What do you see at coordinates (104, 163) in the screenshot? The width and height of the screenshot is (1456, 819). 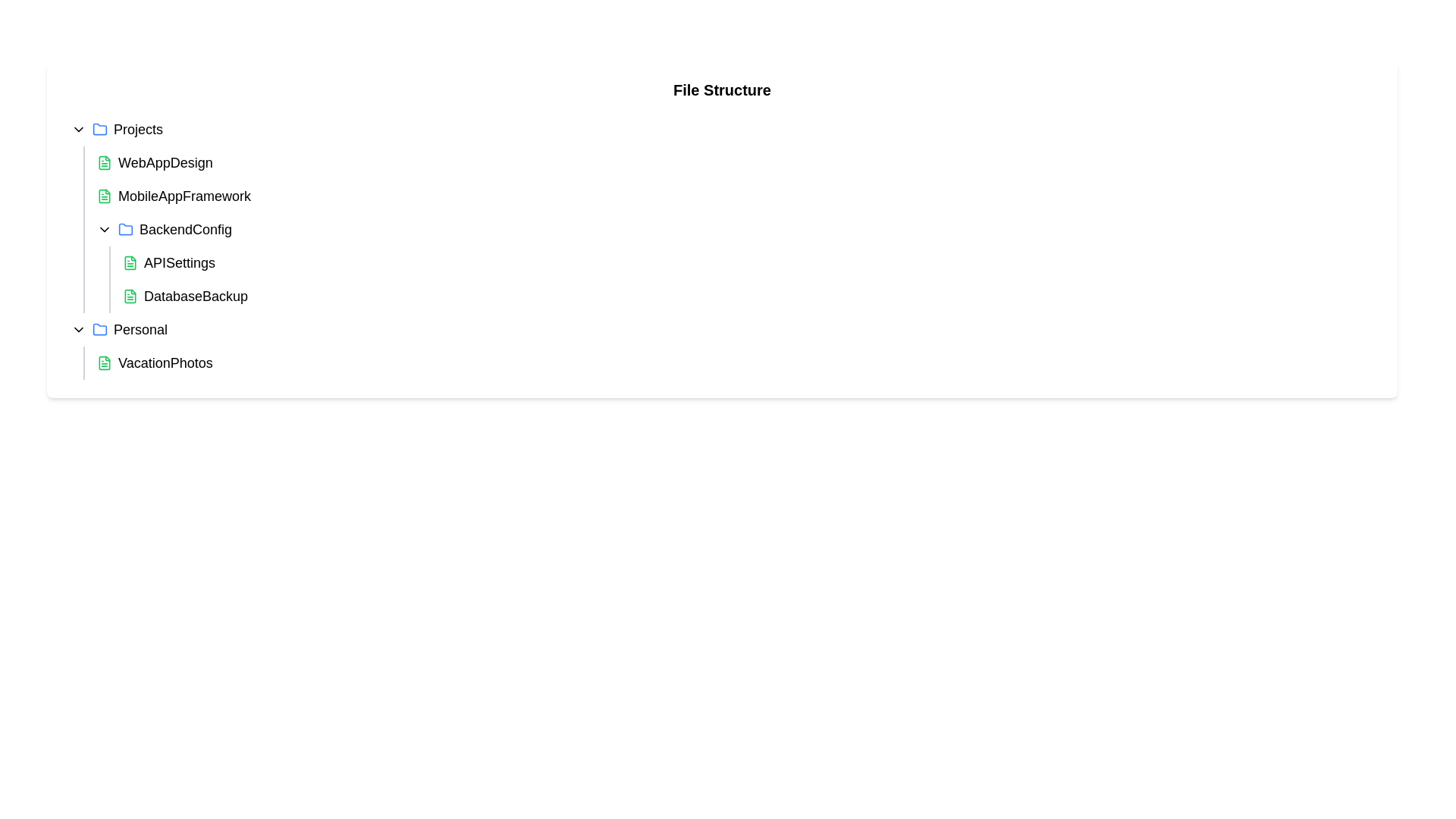 I see `the graphical icon representing a file, characterized by a sheet-like shape with a folded corner, outlined in green, located under the 'Projects' directory next to the label 'WebAppDesign'` at bounding box center [104, 163].